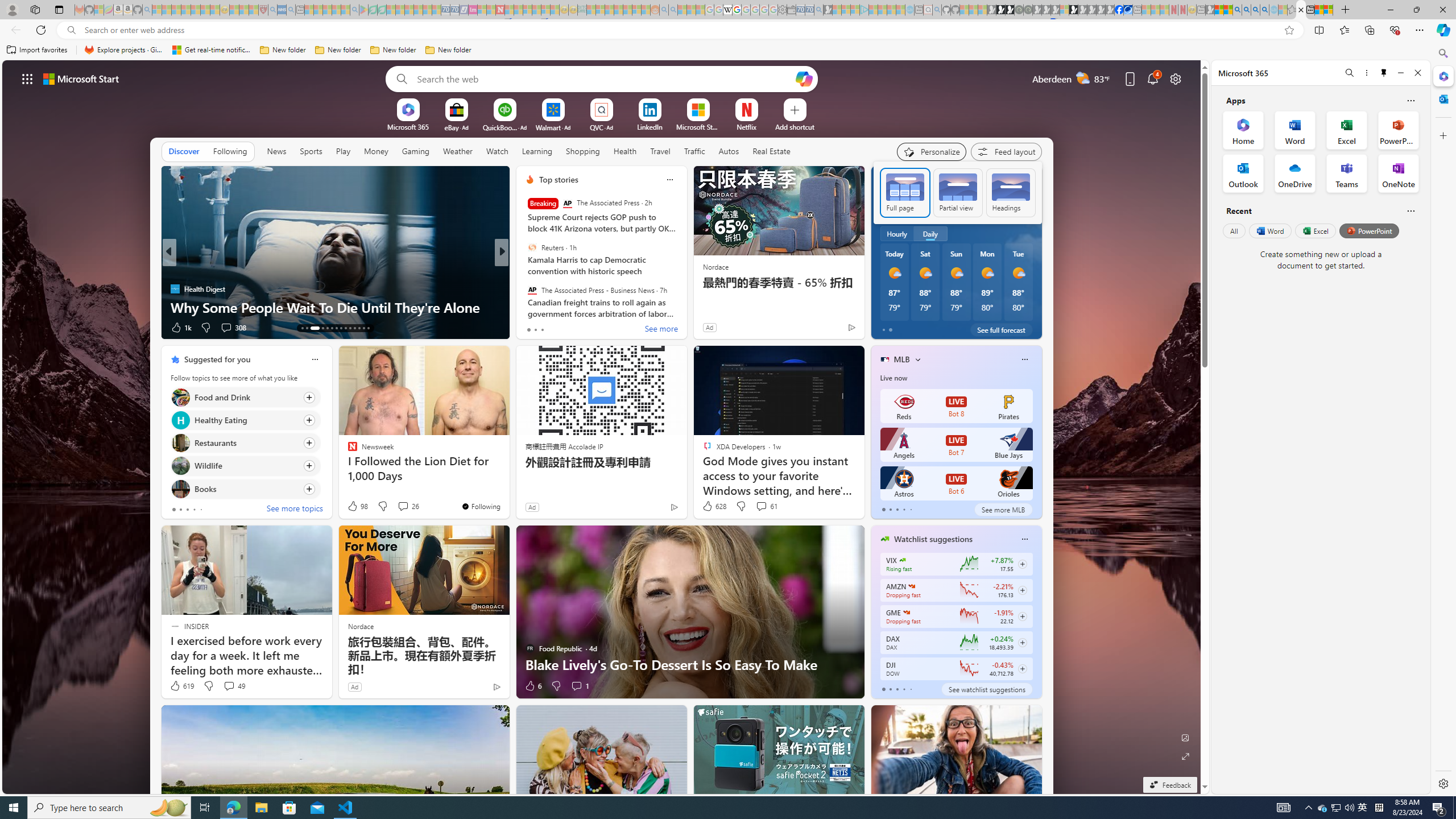  Describe the element at coordinates (582, 150) in the screenshot. I see `'Shopping'` at that location.